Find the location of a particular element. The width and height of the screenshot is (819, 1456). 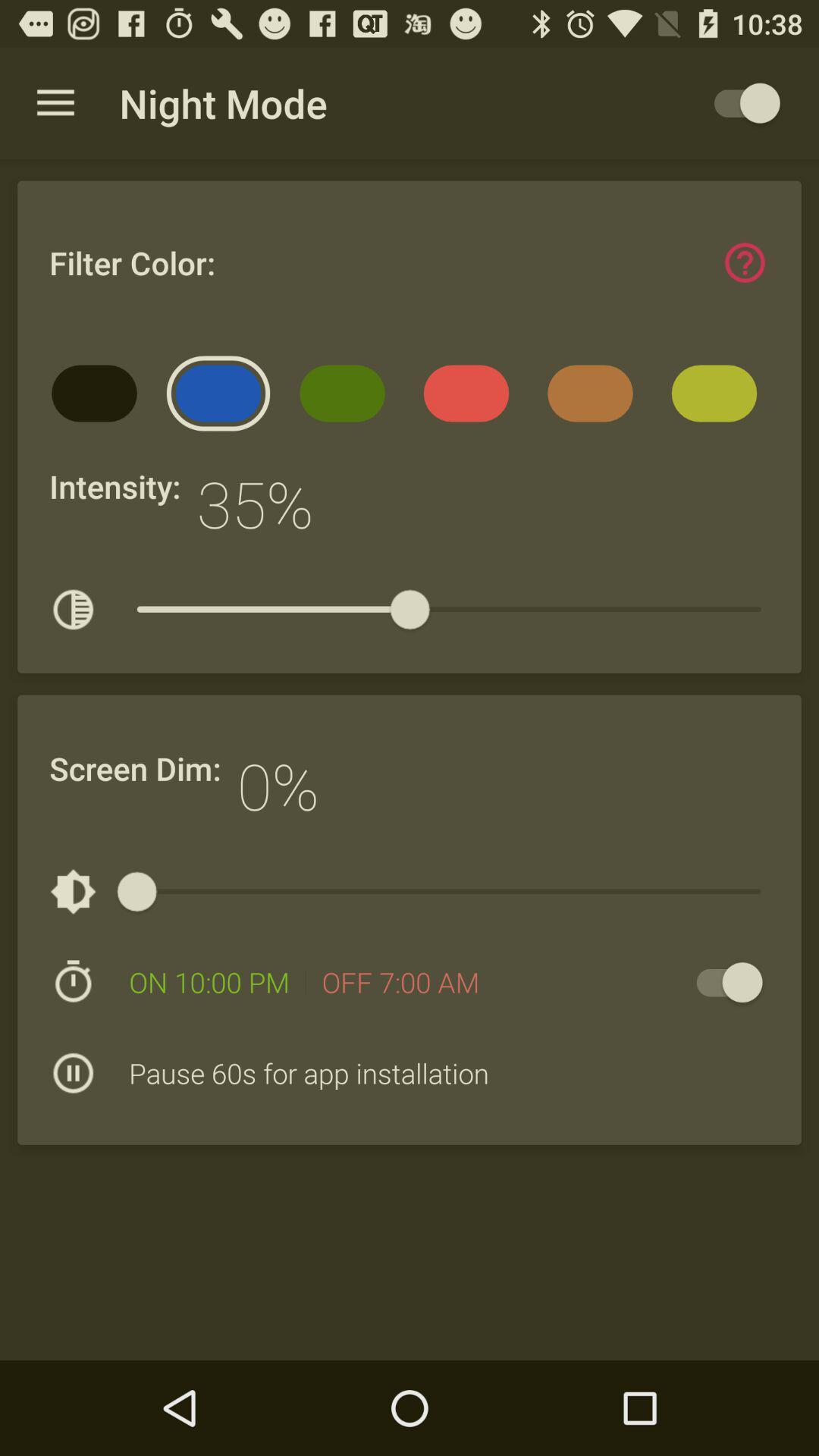

item to the right of off 7 00 is located at coordinates (721, 982).